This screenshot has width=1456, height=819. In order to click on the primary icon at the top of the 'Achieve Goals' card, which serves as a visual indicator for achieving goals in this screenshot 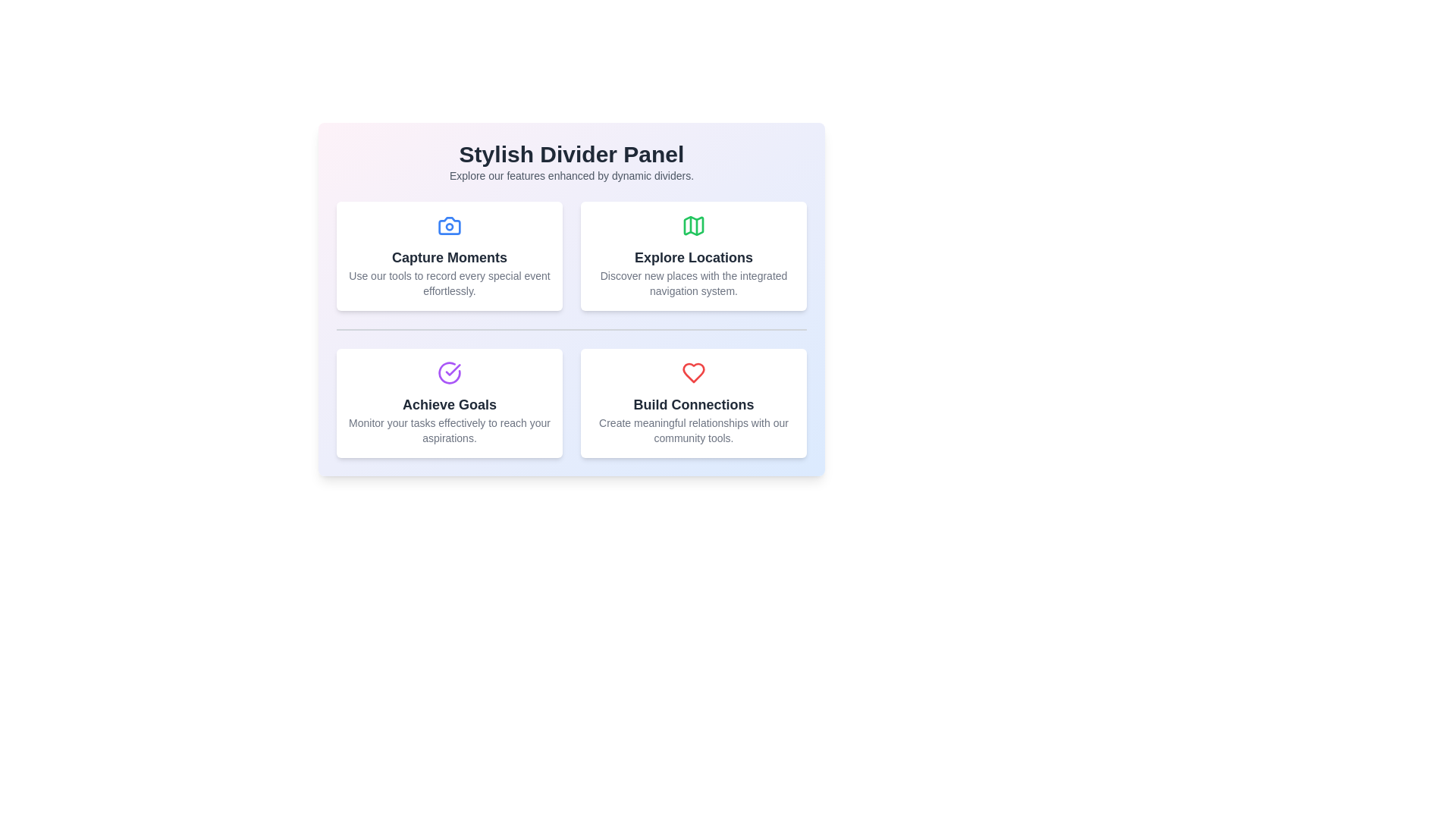, I will do `click(449, 373)`.